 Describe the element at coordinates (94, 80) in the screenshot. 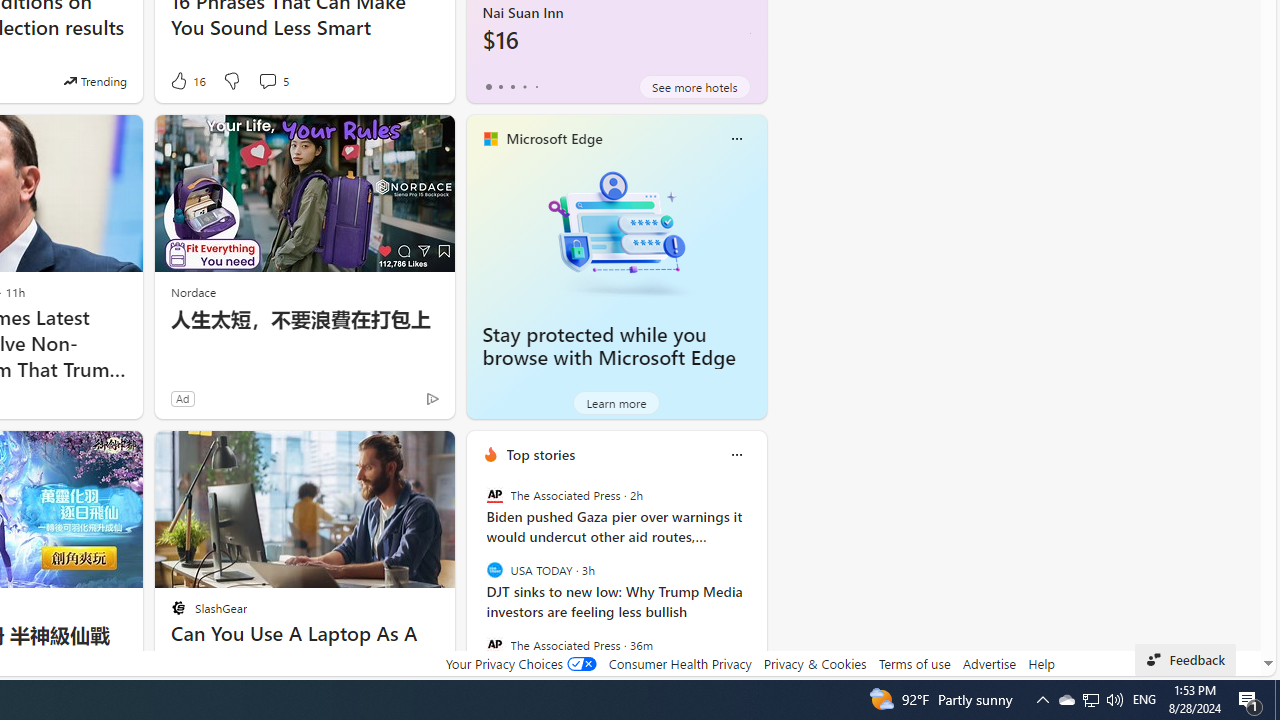

I see `'This story is trending'` at that location.